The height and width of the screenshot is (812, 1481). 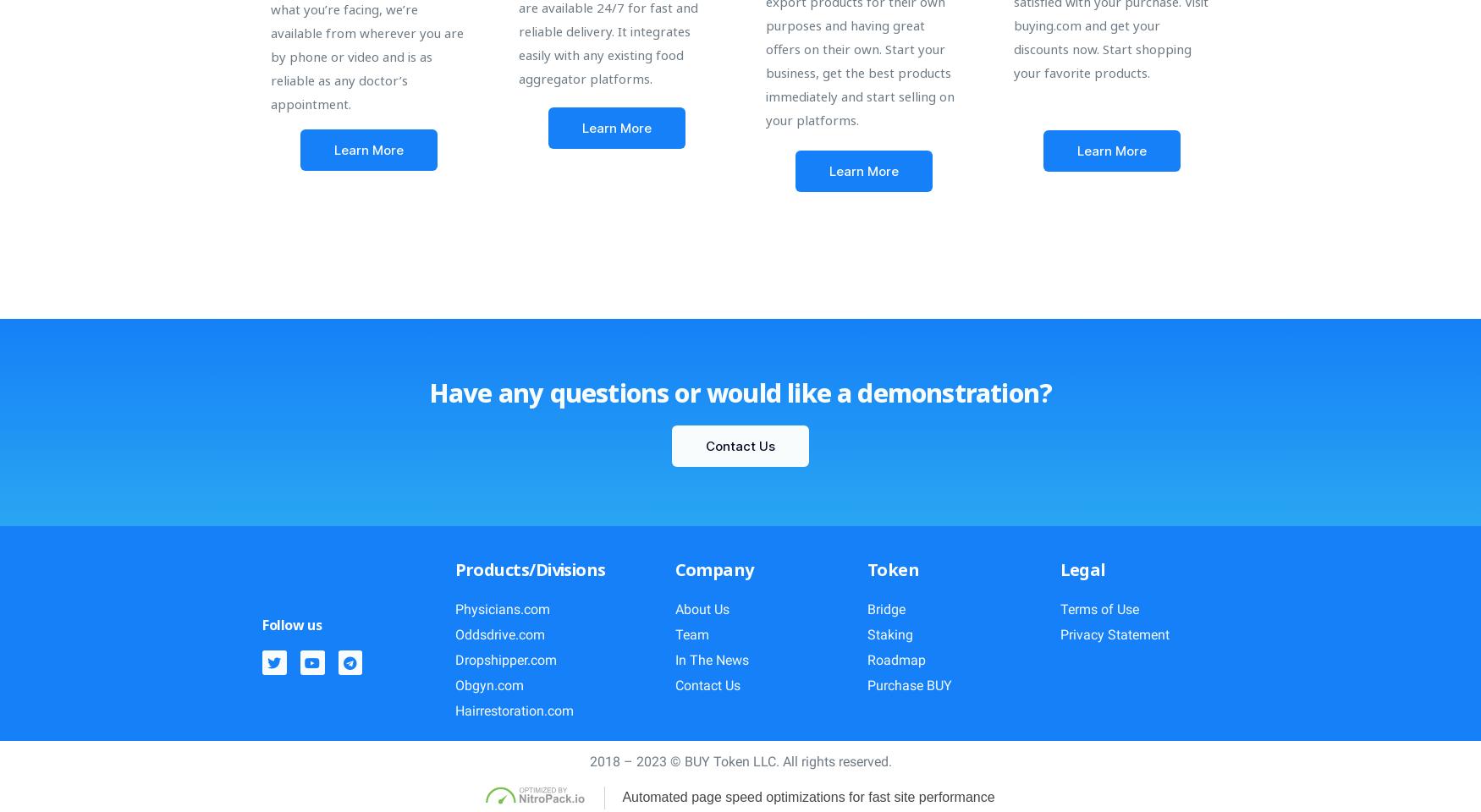 What do you see at coordinates (910, 684) in the screenshot?
I see `'Purchase BUY'` at bounding box center [910, 684].